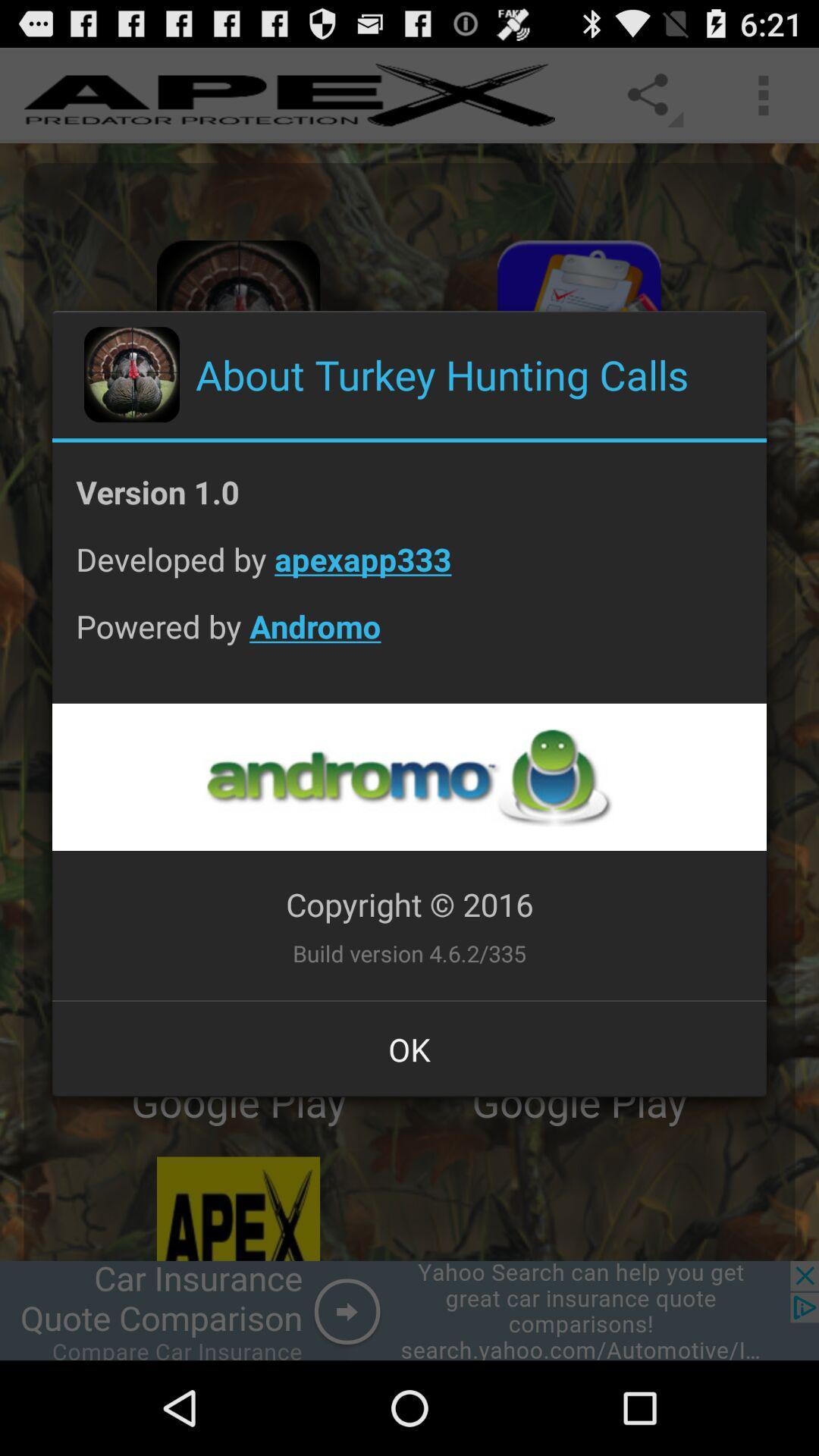  Describe the element at coordinates (409, 1048) in the screenshot. I see `the item below build version 4 item` at that location.